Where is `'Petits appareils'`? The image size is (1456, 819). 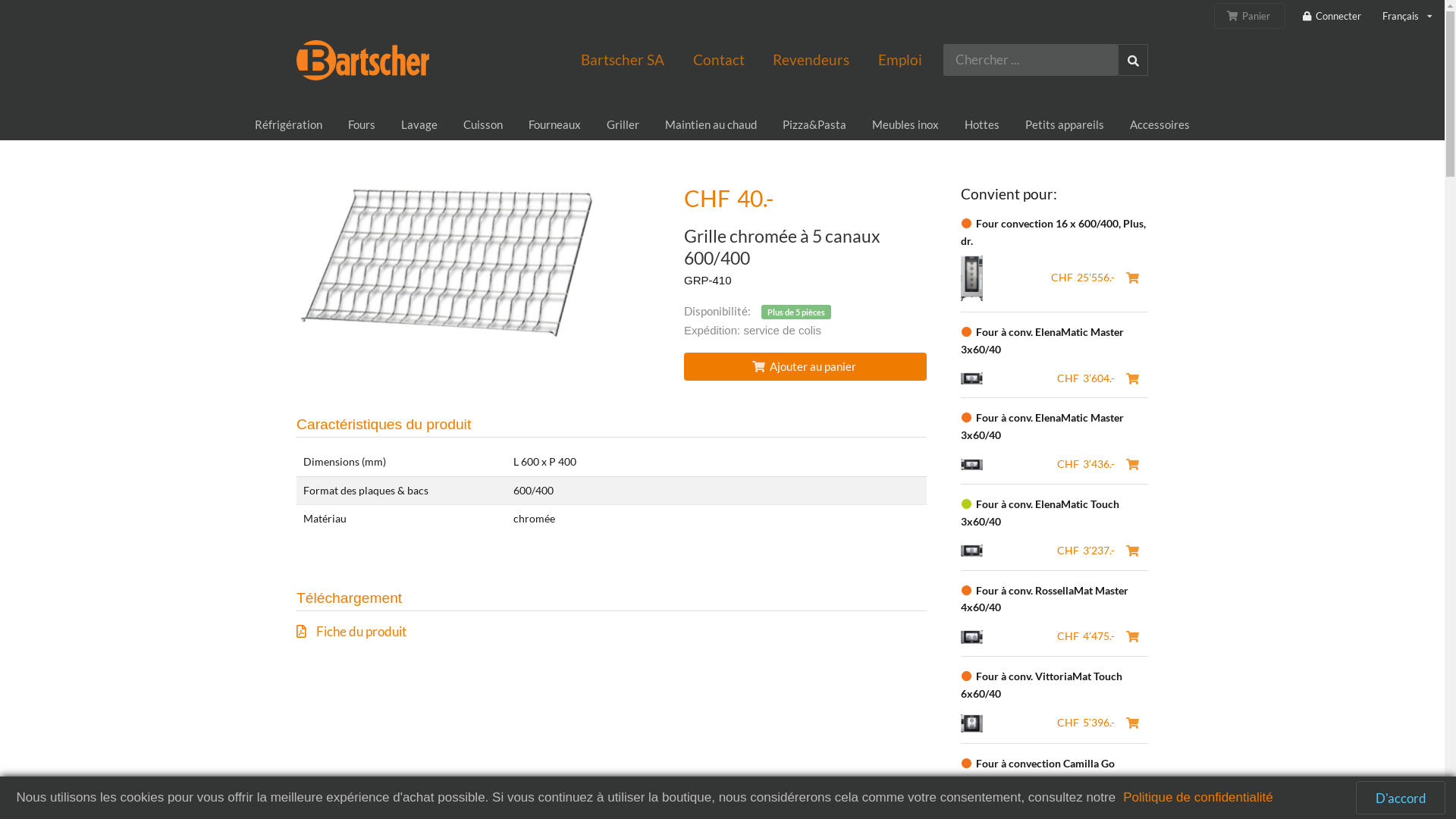
'Petits appareils' is located at coordinates (1063, 124).